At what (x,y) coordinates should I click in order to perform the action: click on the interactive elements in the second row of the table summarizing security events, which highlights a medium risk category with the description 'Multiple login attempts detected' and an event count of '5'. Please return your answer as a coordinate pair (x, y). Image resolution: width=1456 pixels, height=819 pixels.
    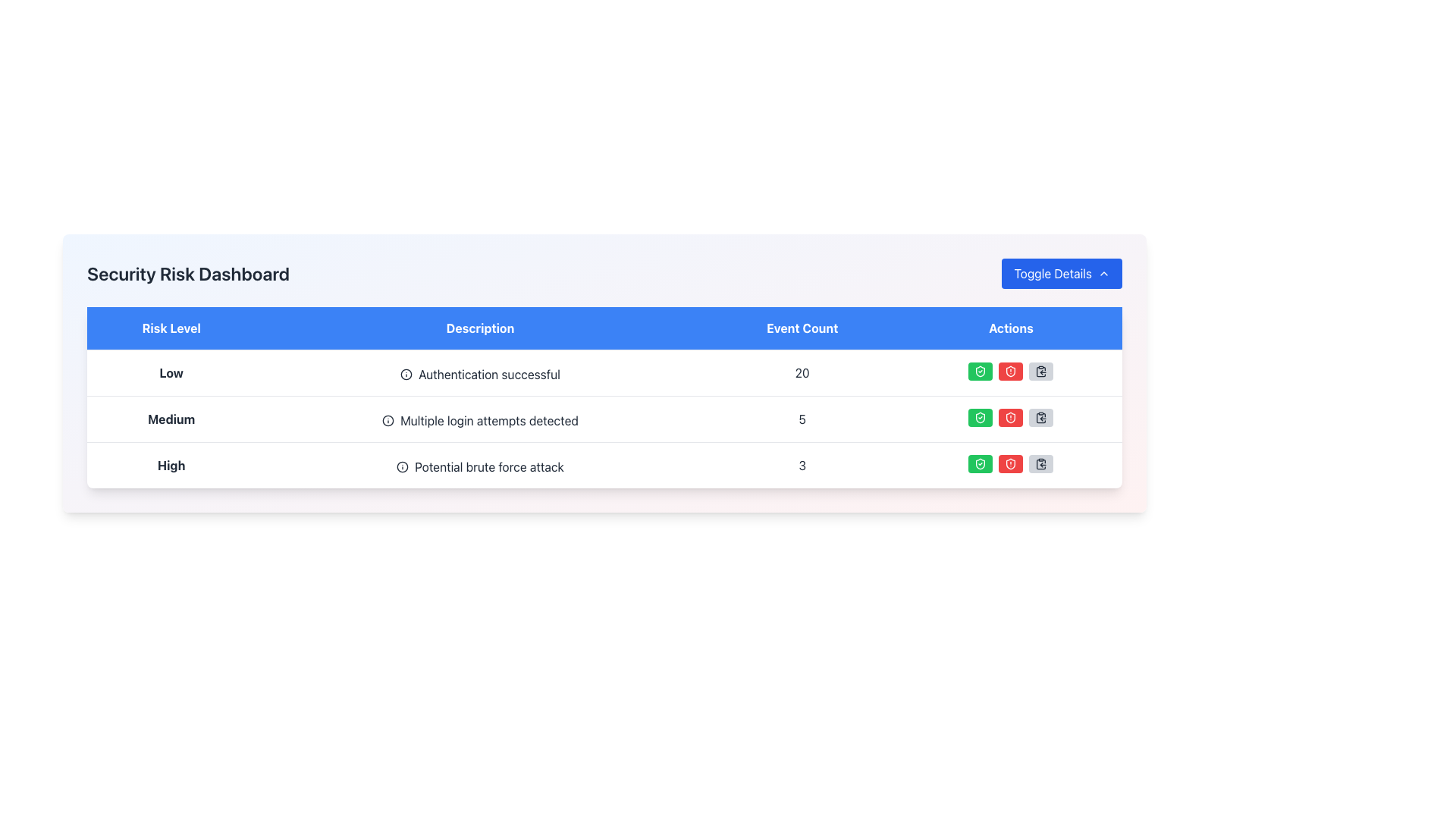
    Looking at the image, I should click on (604, 419).